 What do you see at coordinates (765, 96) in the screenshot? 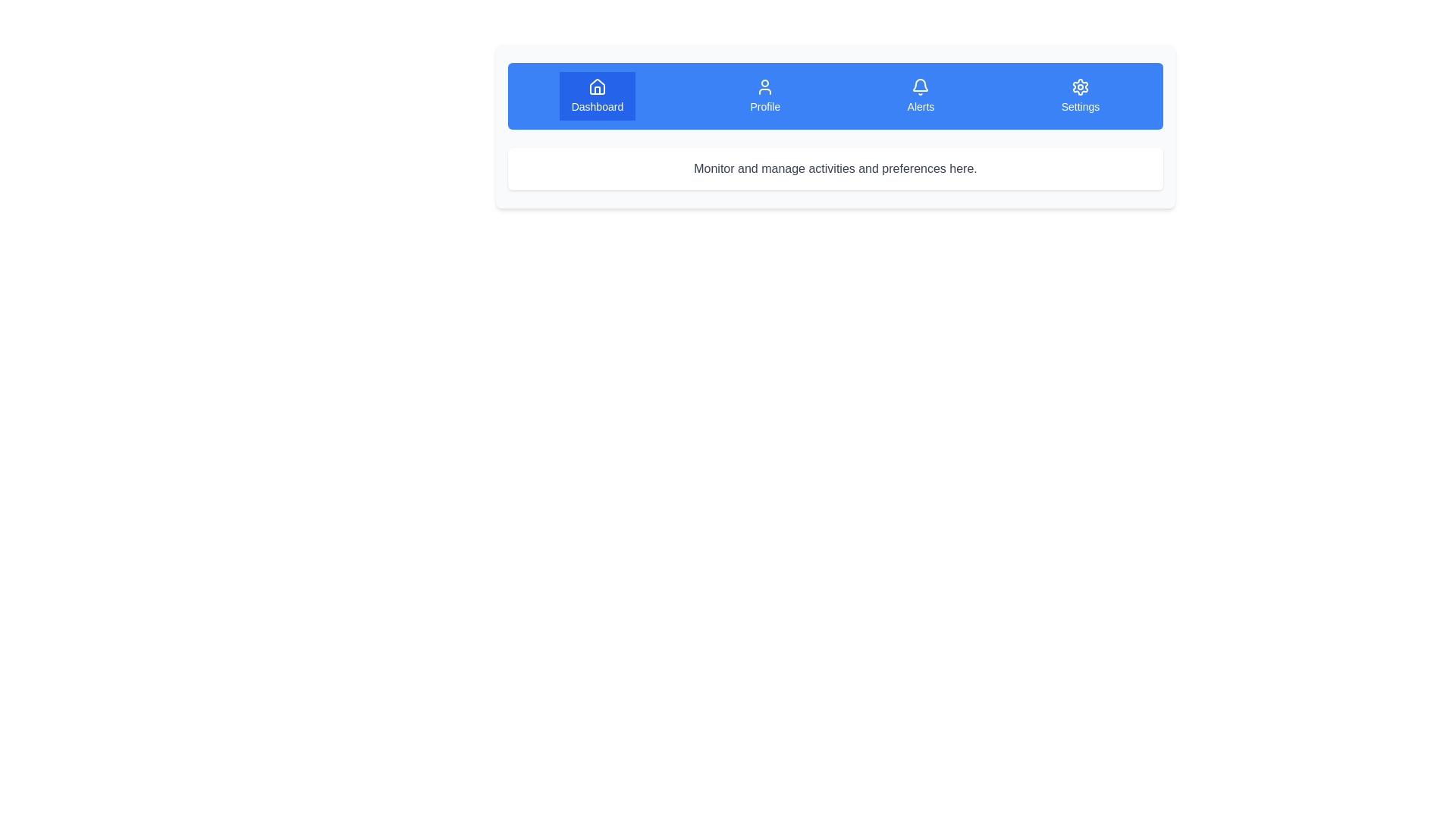
I see `the 'Profile' button, which has a blue background and white text, to observe the scaling animation` at bounding box center [765, 96].